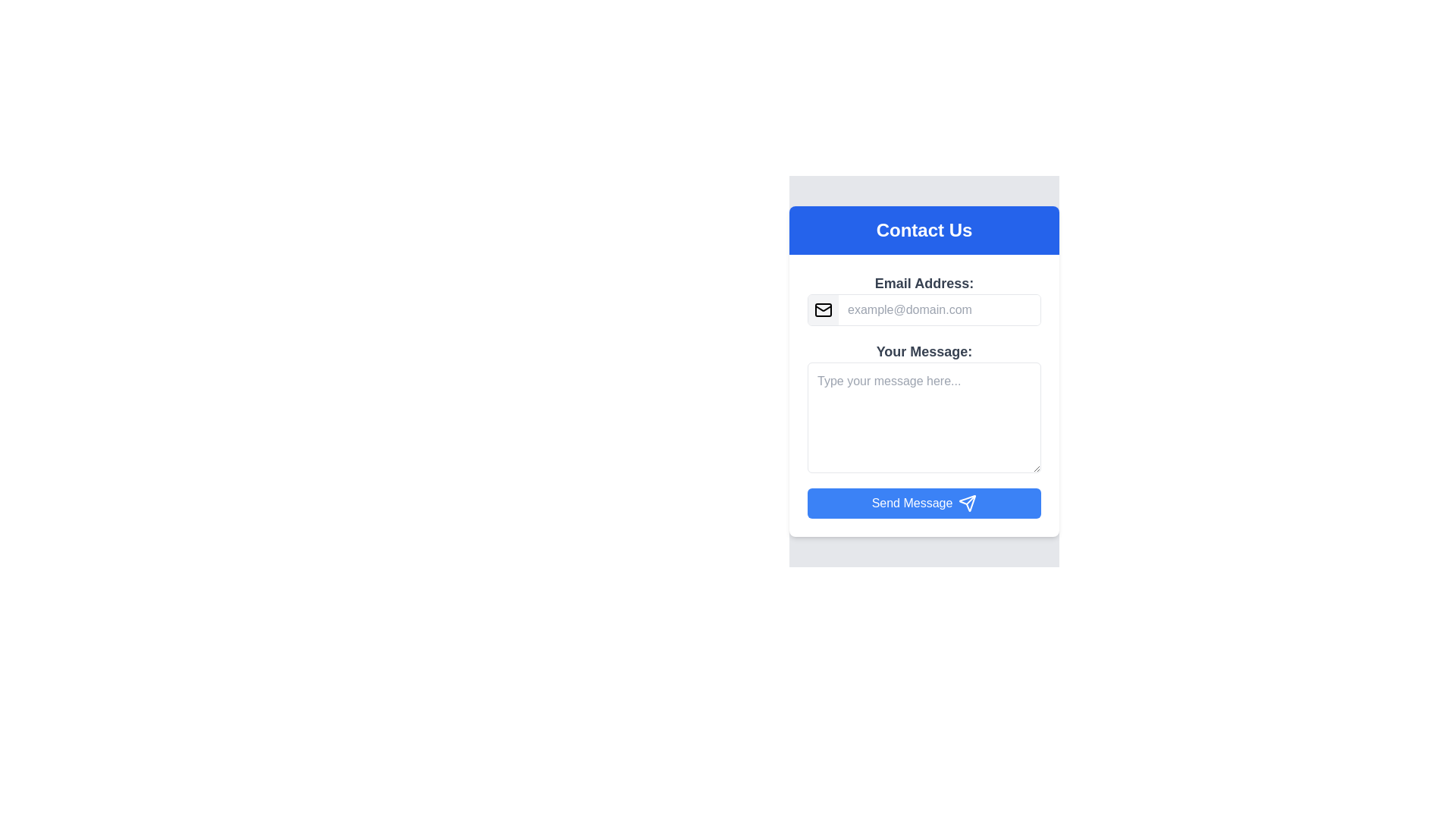  Describe the element at coordinates (924, 503) in the screenshot. I see `the rectangular blue button with rounded edges labeled 'Send Message' located at the bottom of the contact form` at that location.